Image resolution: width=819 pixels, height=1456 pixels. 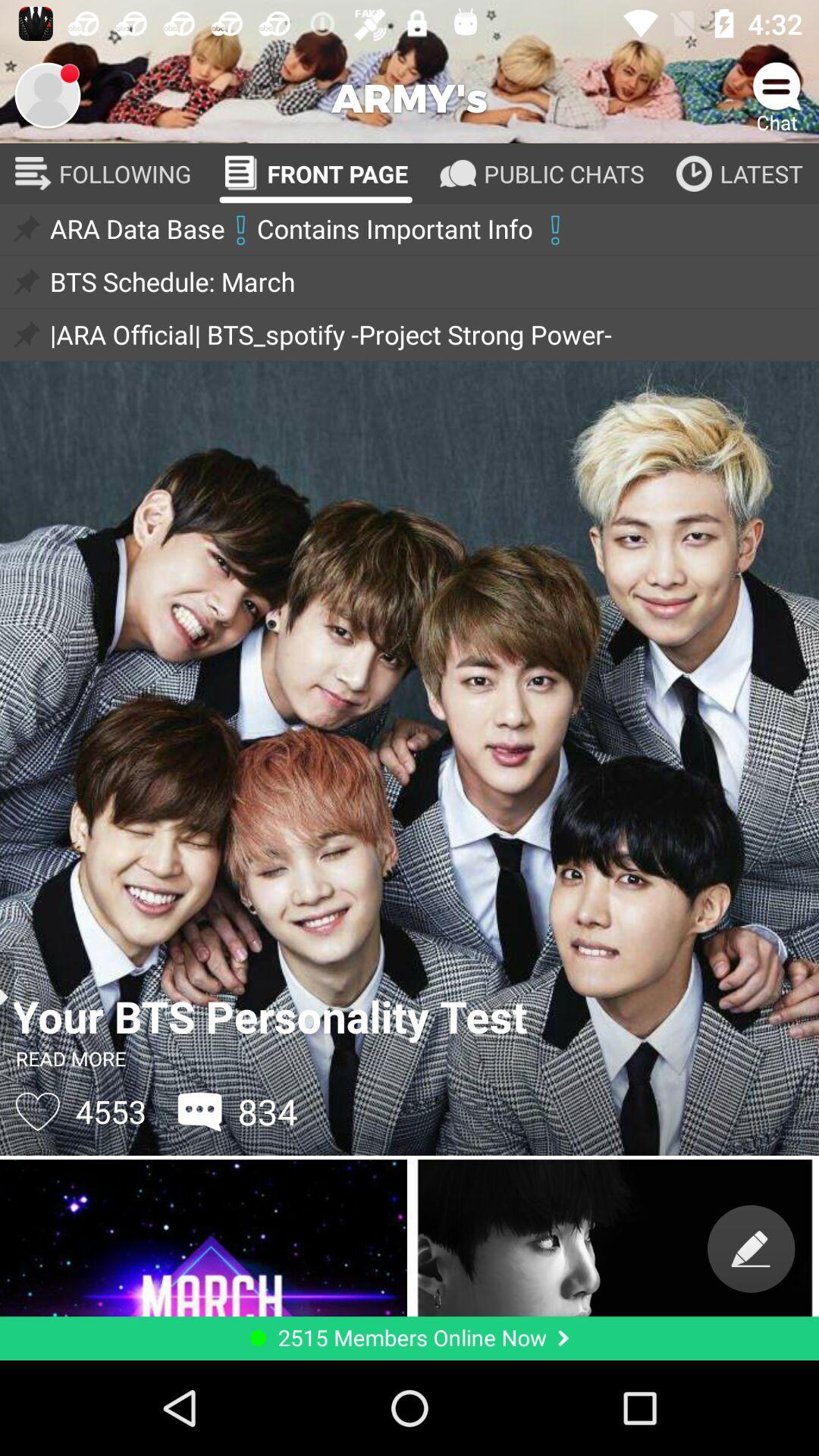 What do you see at coordinates (751, 1248) in the screenshot?
I see `edit` at bounding box center [751, 1248].